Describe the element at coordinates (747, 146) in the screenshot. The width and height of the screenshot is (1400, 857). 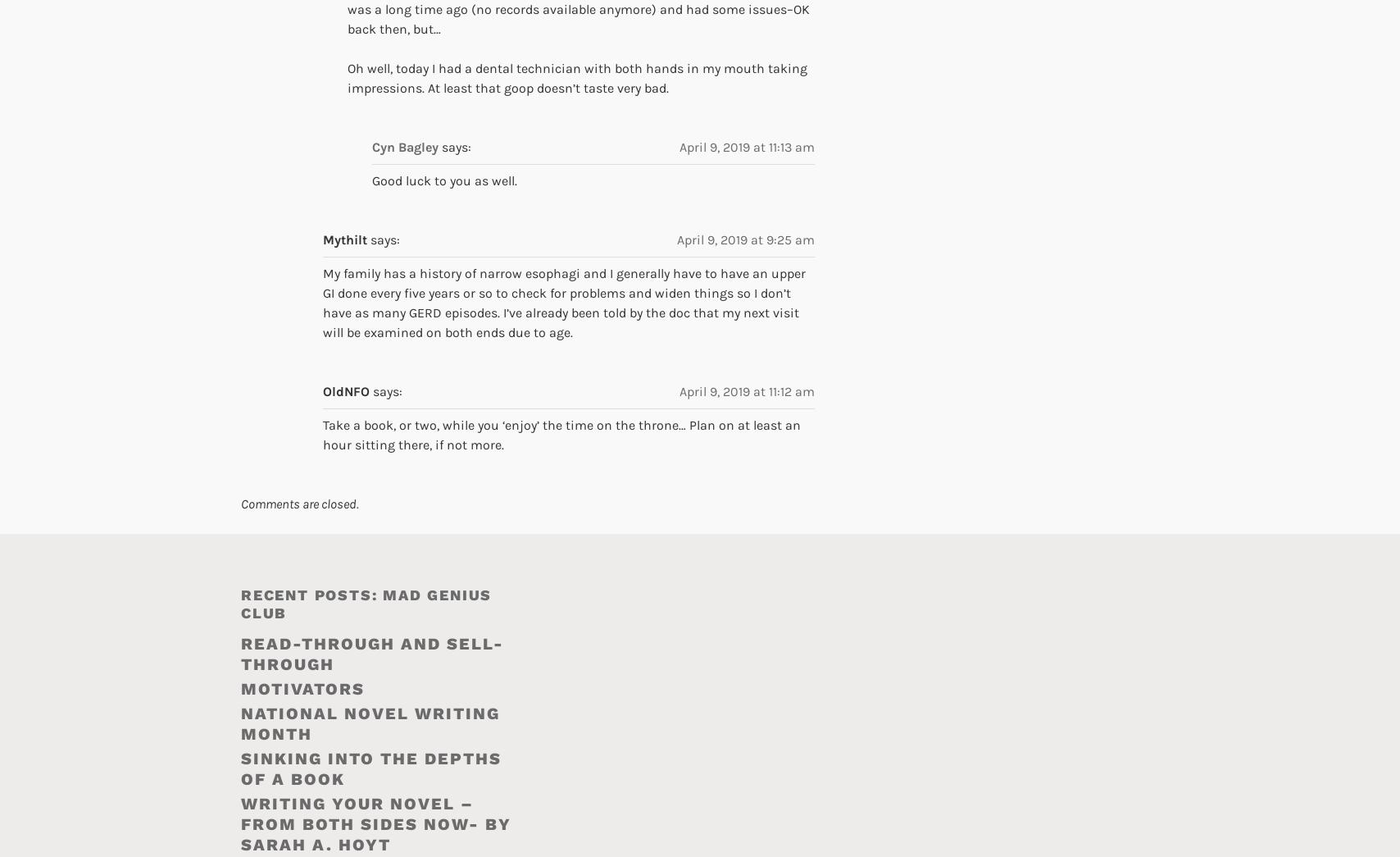
I see `'April 9, 2019 at 11:13 am'` at that location.